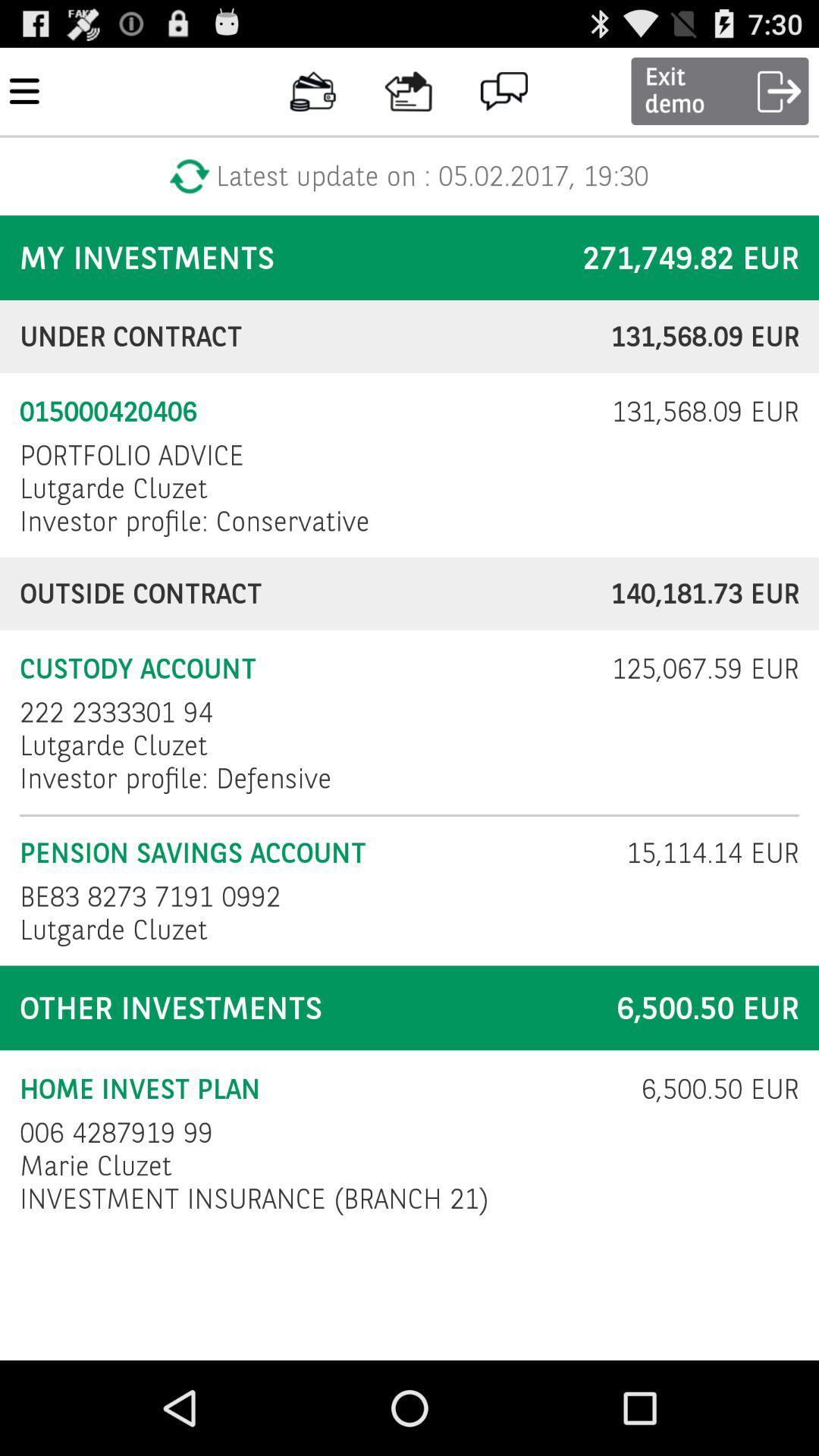  I want to click on 006 4287919 99, so click(115, 1132).